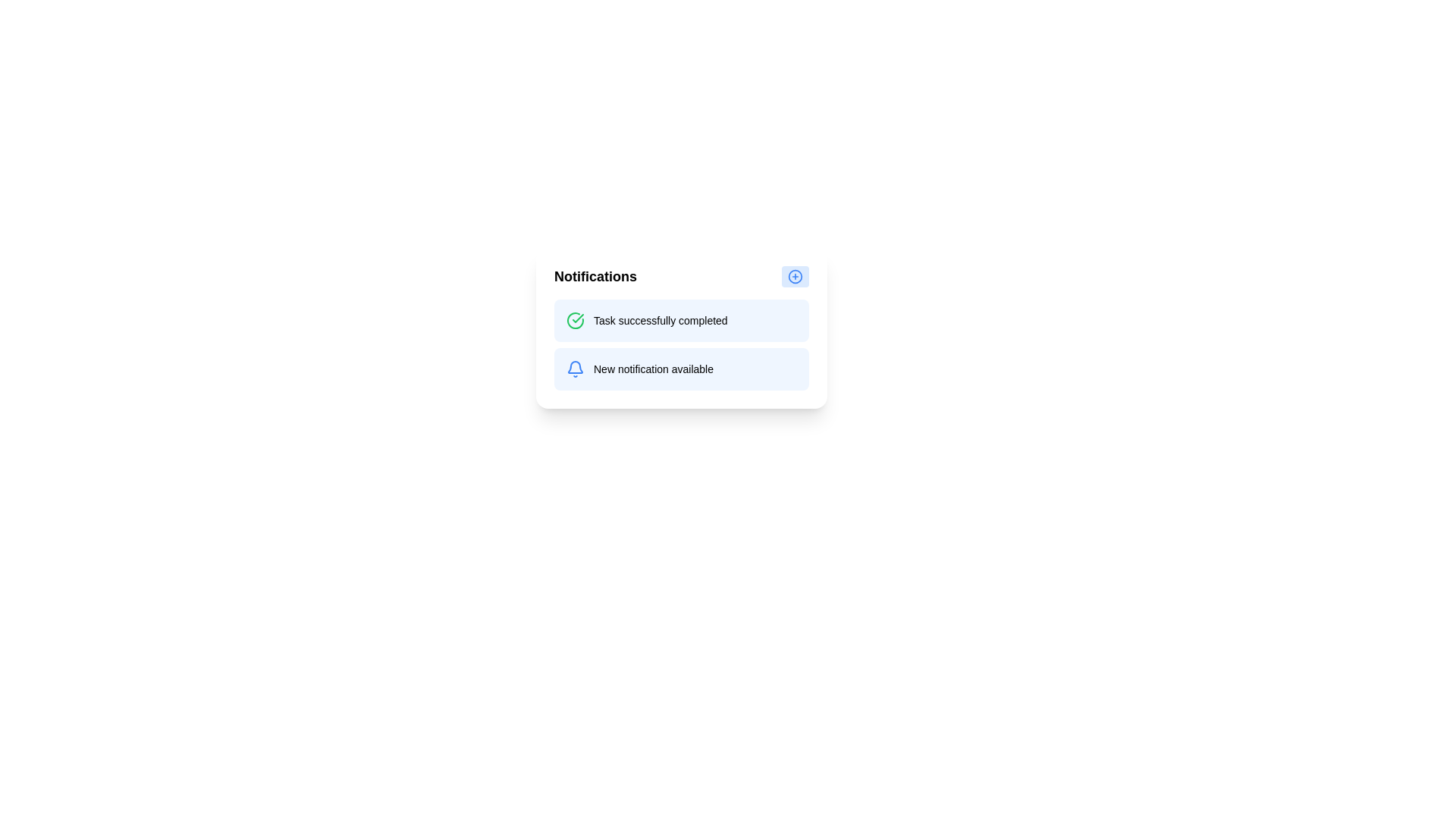 The width and height of the screenshot is (1456, 819). What do you see at coordinates (795, 277) in the screenshot?
I see `the button located at the top-right corner of the 'Notifications' box` at bounding box center [795, 277].